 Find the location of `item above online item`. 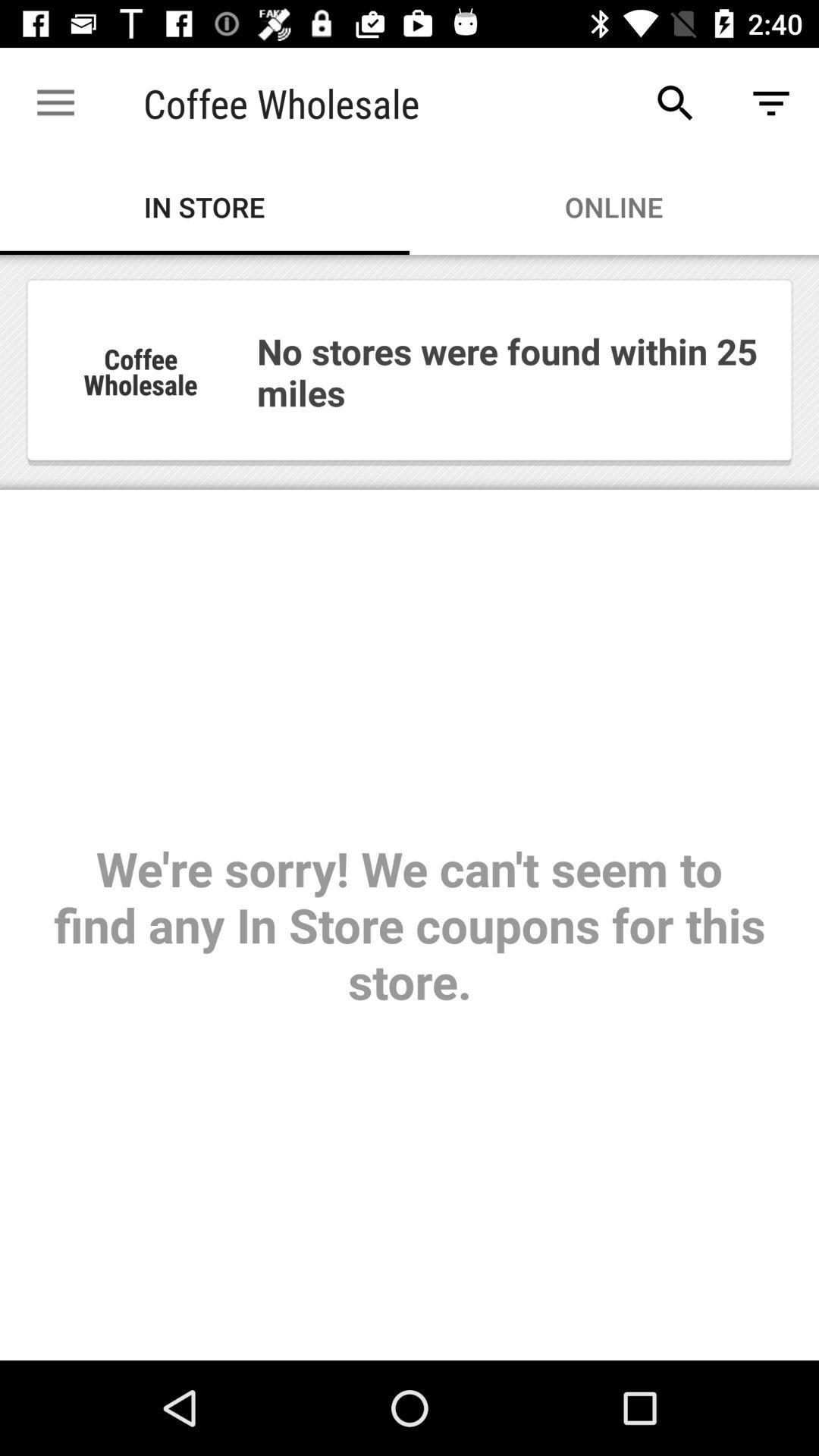

item above online item is located at coordinates (675, 102).